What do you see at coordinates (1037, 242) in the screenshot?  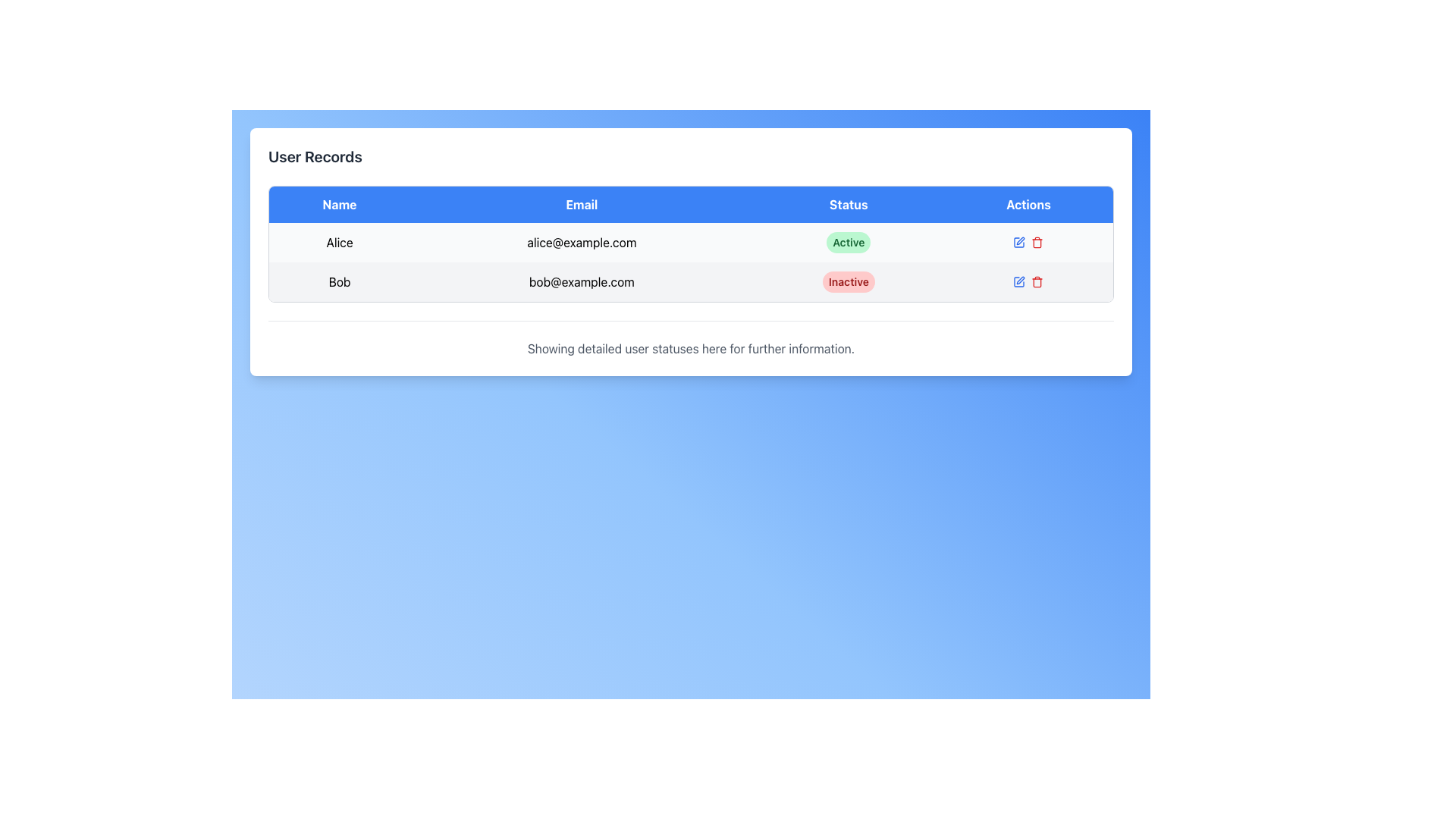 I see `the red trash icon` at bounding box center [1037, 242].